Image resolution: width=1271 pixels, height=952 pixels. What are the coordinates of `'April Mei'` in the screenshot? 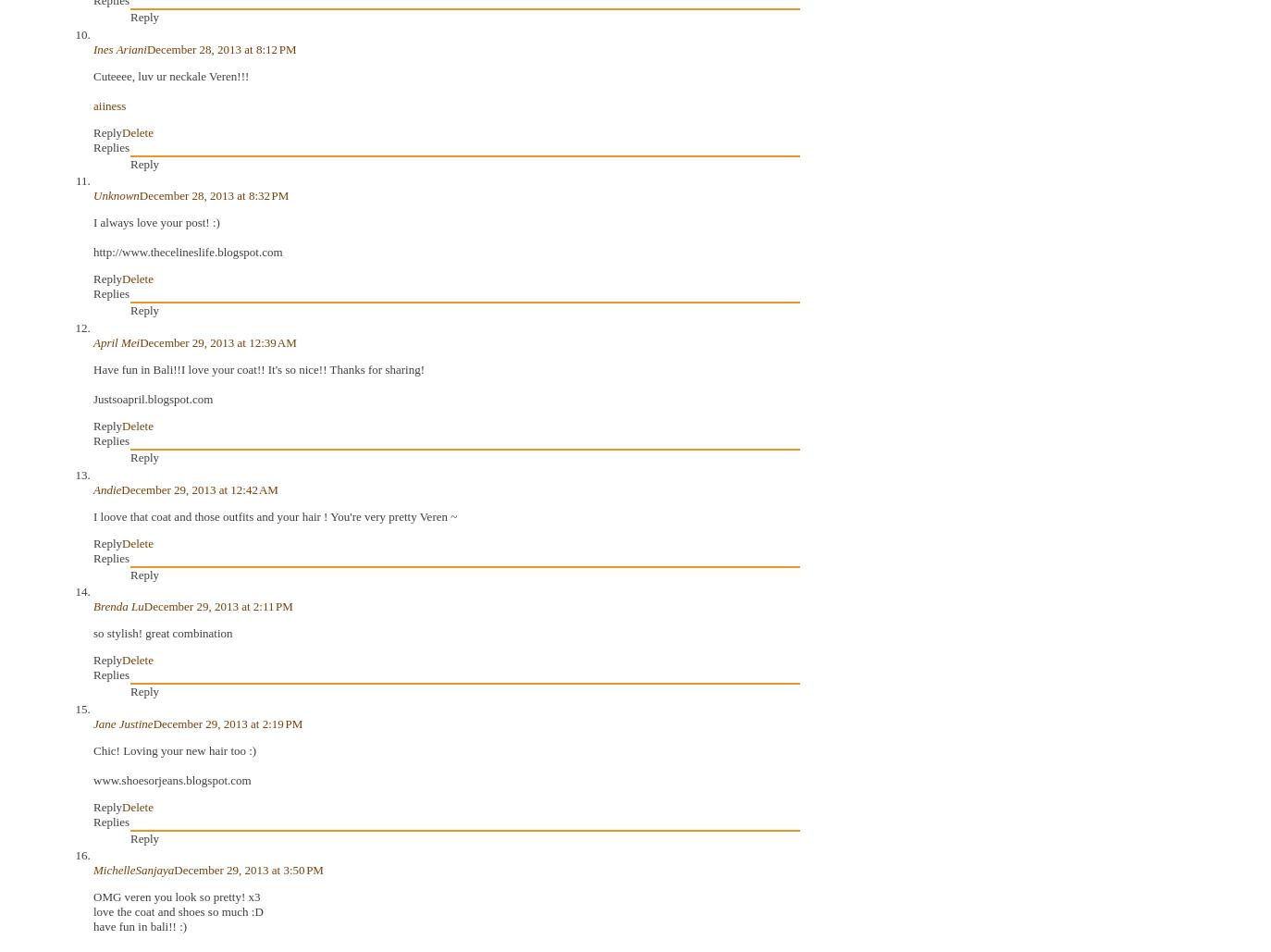 It's located at (115, 341).